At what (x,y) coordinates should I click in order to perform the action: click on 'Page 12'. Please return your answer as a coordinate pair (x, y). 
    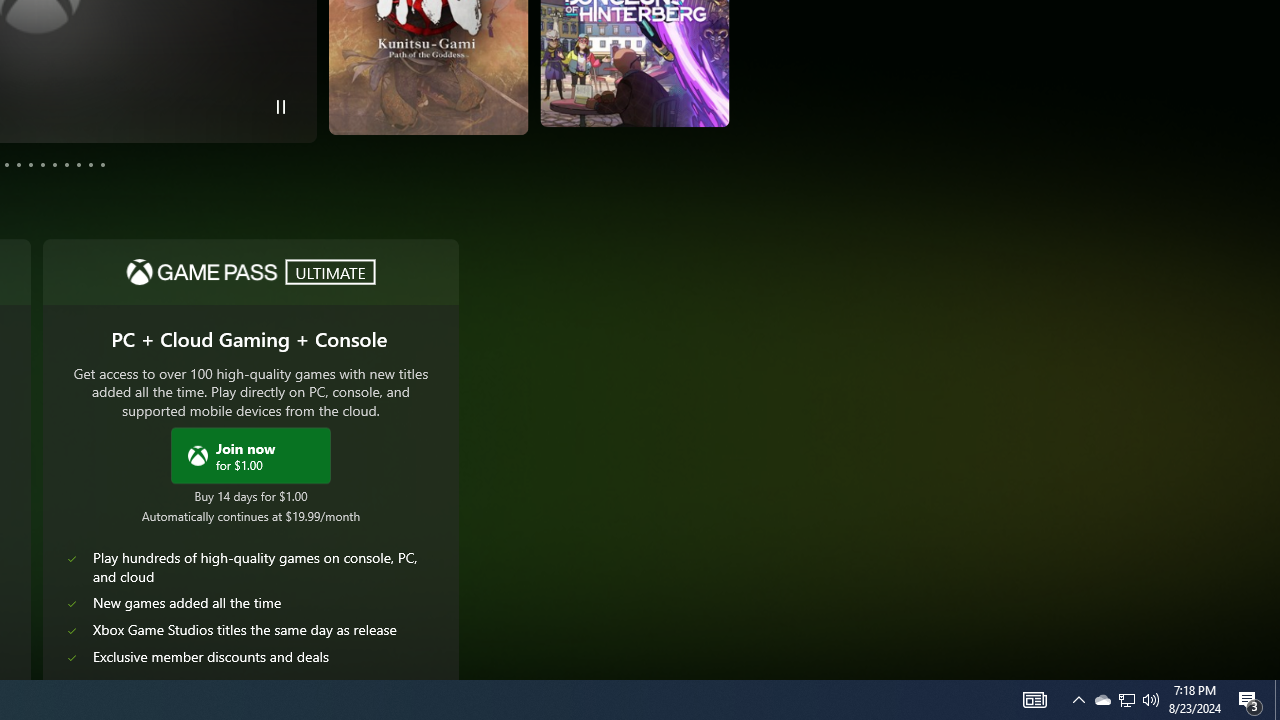
    Looking at the image, I should click on (102, 163).